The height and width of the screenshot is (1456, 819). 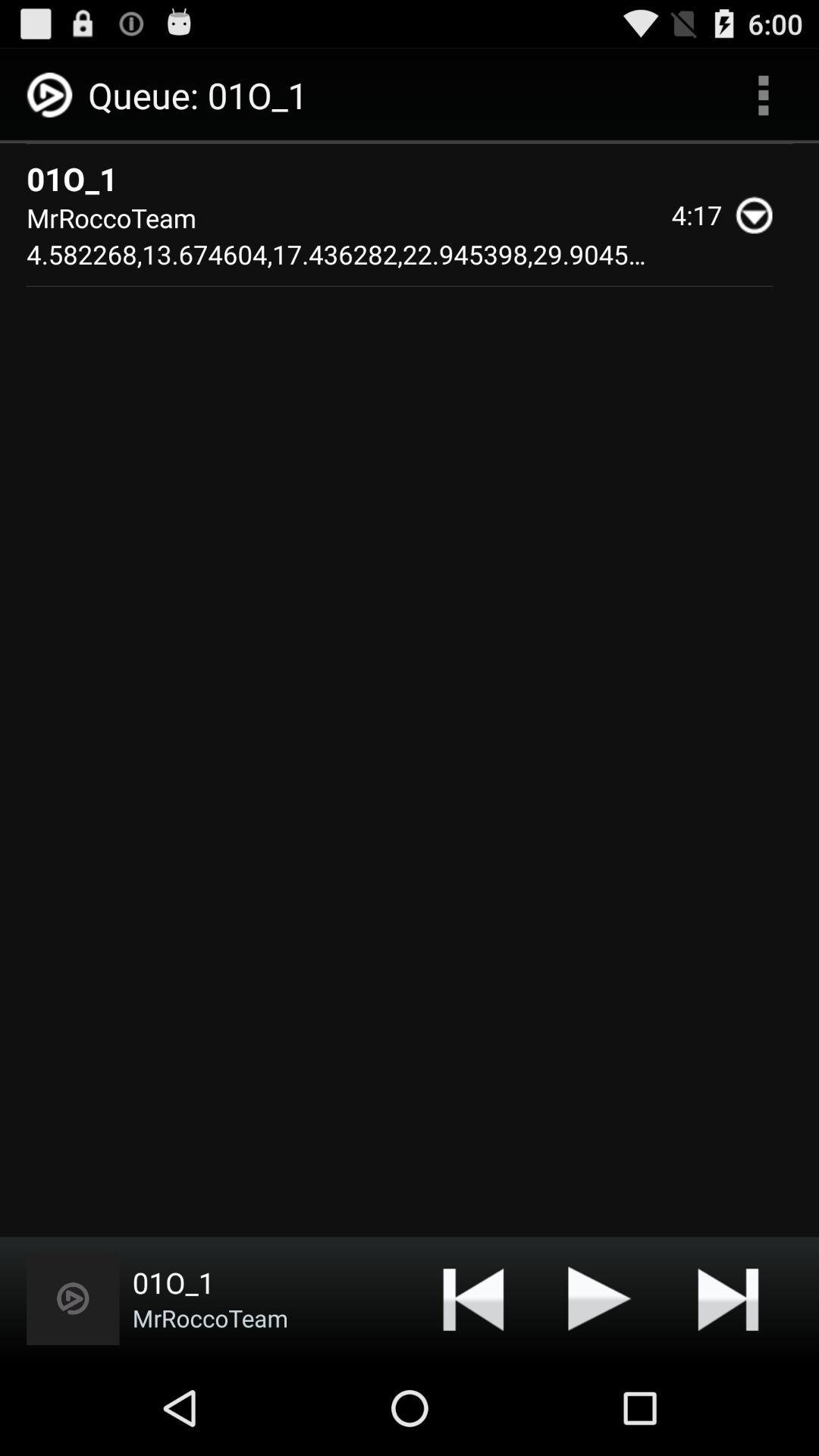 I want to click on the item to the right of 4:17, so click(x=761, y=214).